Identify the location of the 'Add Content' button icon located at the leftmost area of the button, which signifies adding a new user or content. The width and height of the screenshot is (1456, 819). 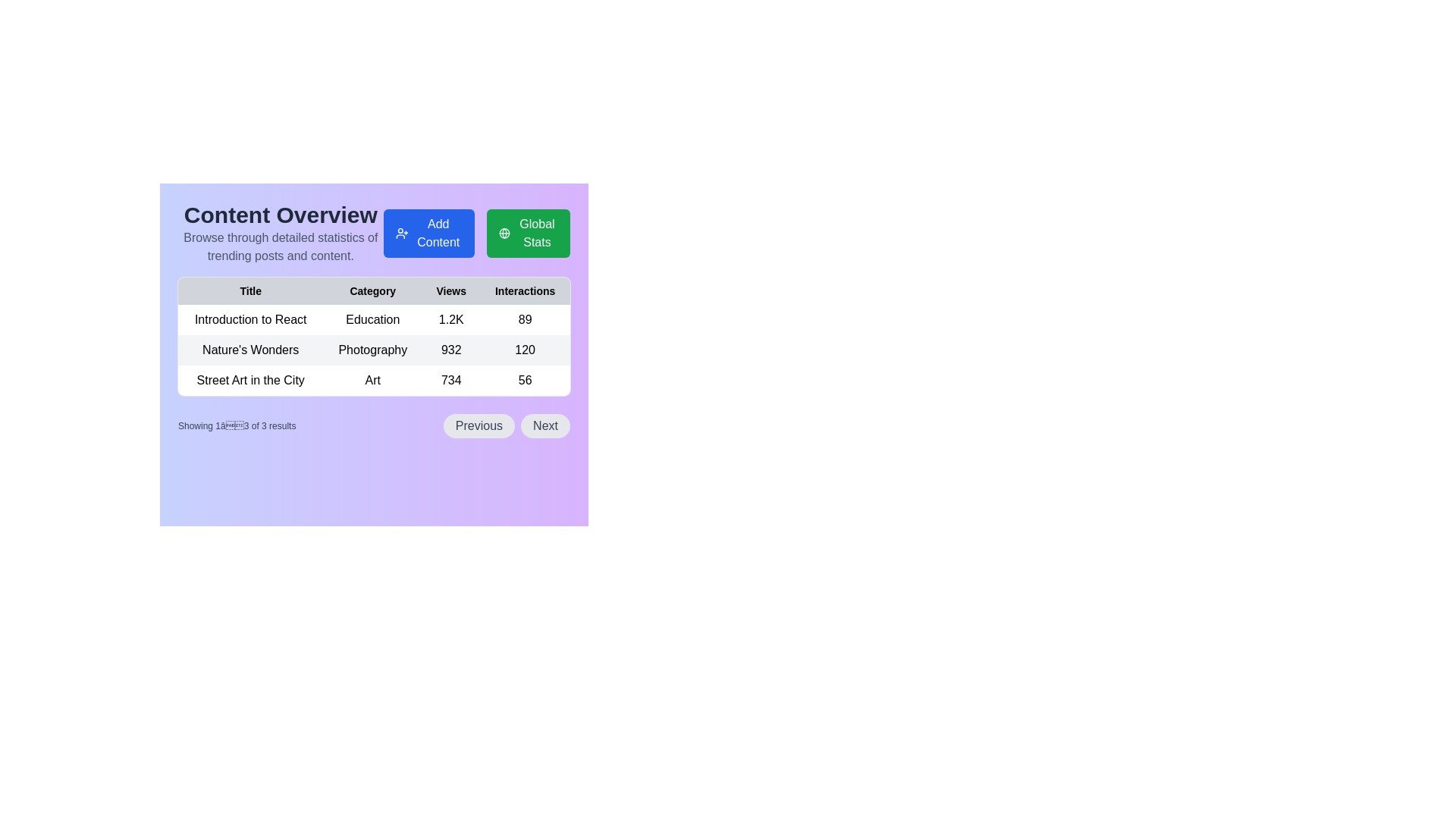
(402, 234).